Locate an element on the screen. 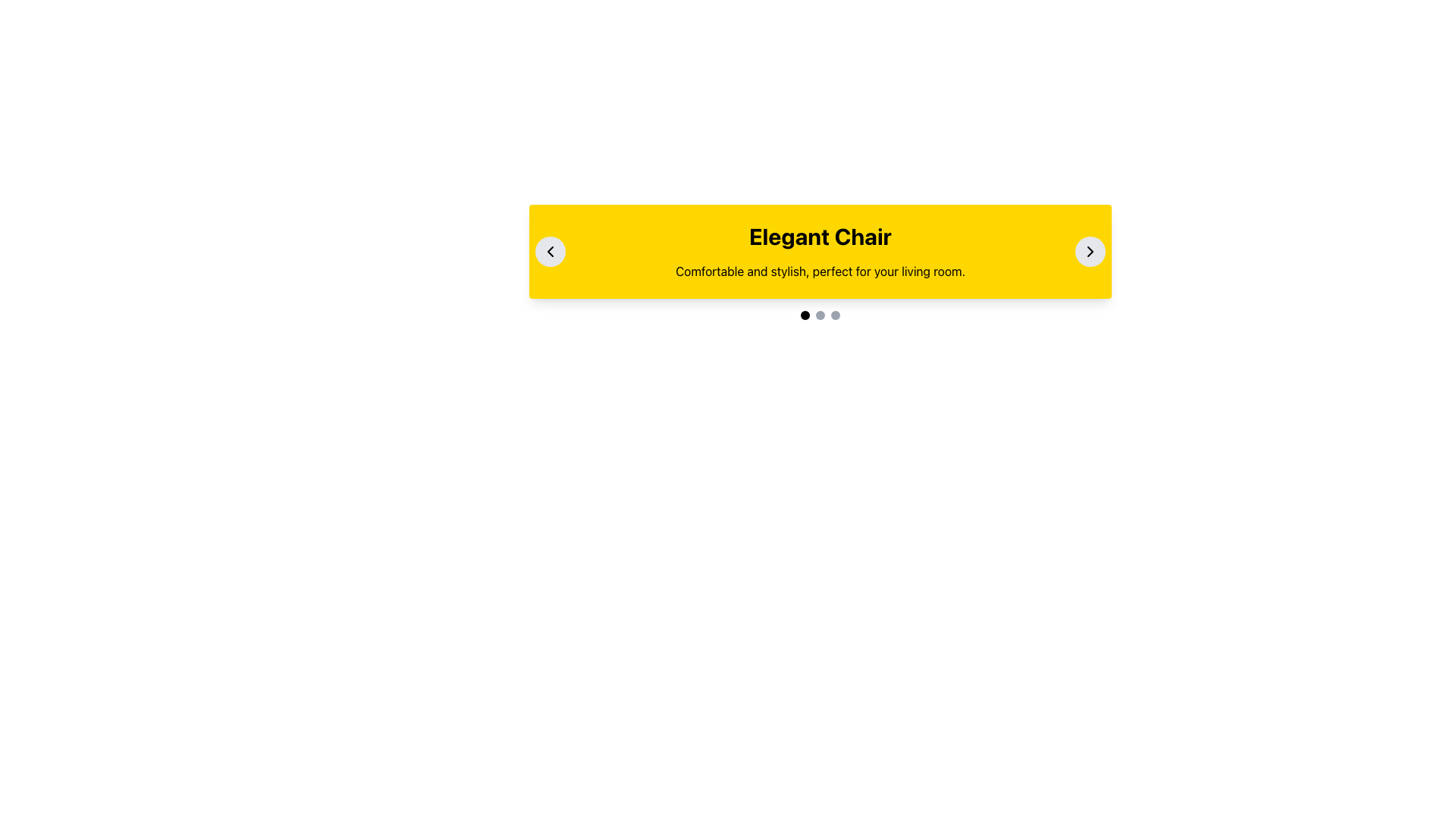 Image resolution: width=1456 pixels, height=819 pixels. the right navigation button located on the right side of the yellow card displaying 'Elegant Chair' is located at coordinates (1090, 250).